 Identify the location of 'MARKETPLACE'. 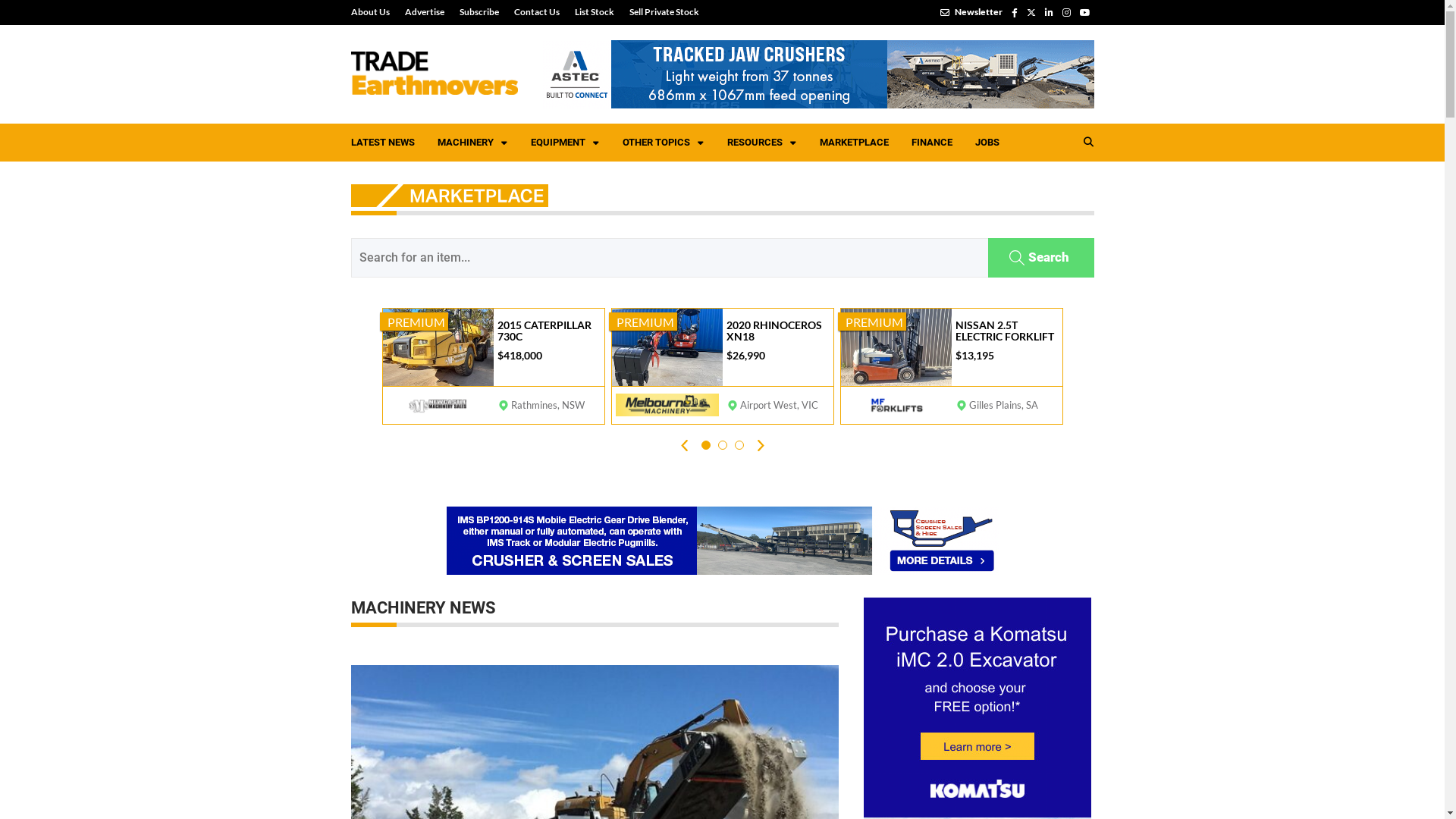
(807, 143).